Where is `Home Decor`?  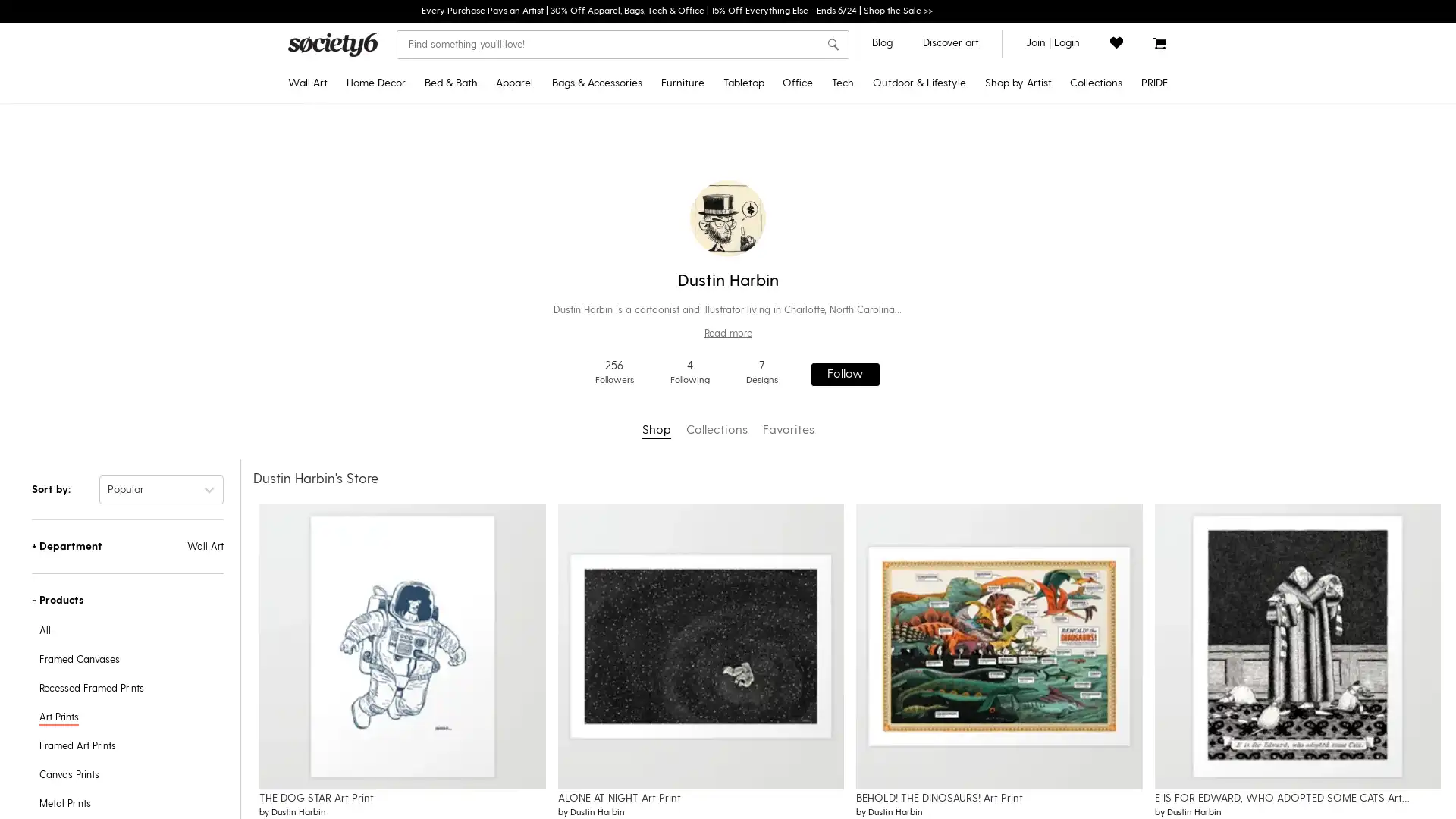
Home Decor is located at coordinates (375, 83).